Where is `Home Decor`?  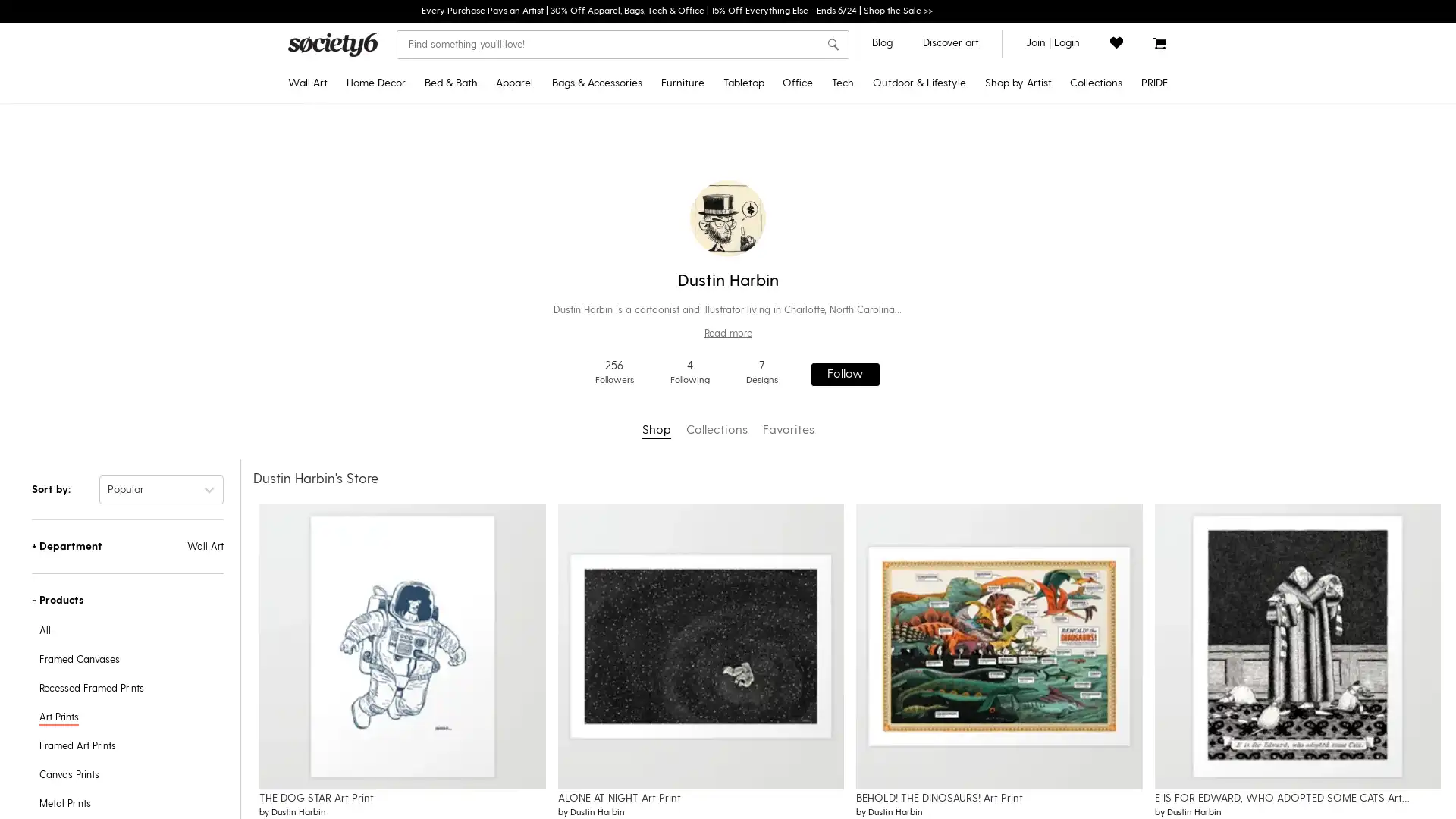
Home Decor is located at coordinates (375, 83).